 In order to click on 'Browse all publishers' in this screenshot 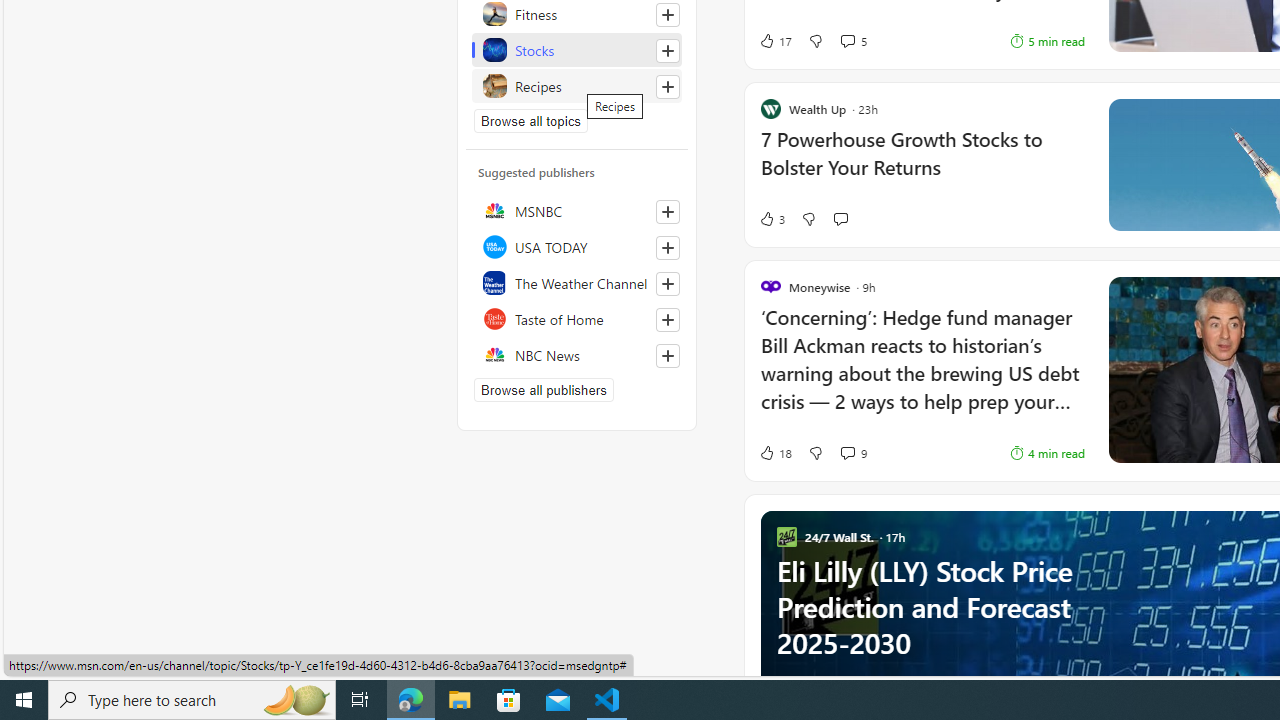, I will do `click(544, 389)`.